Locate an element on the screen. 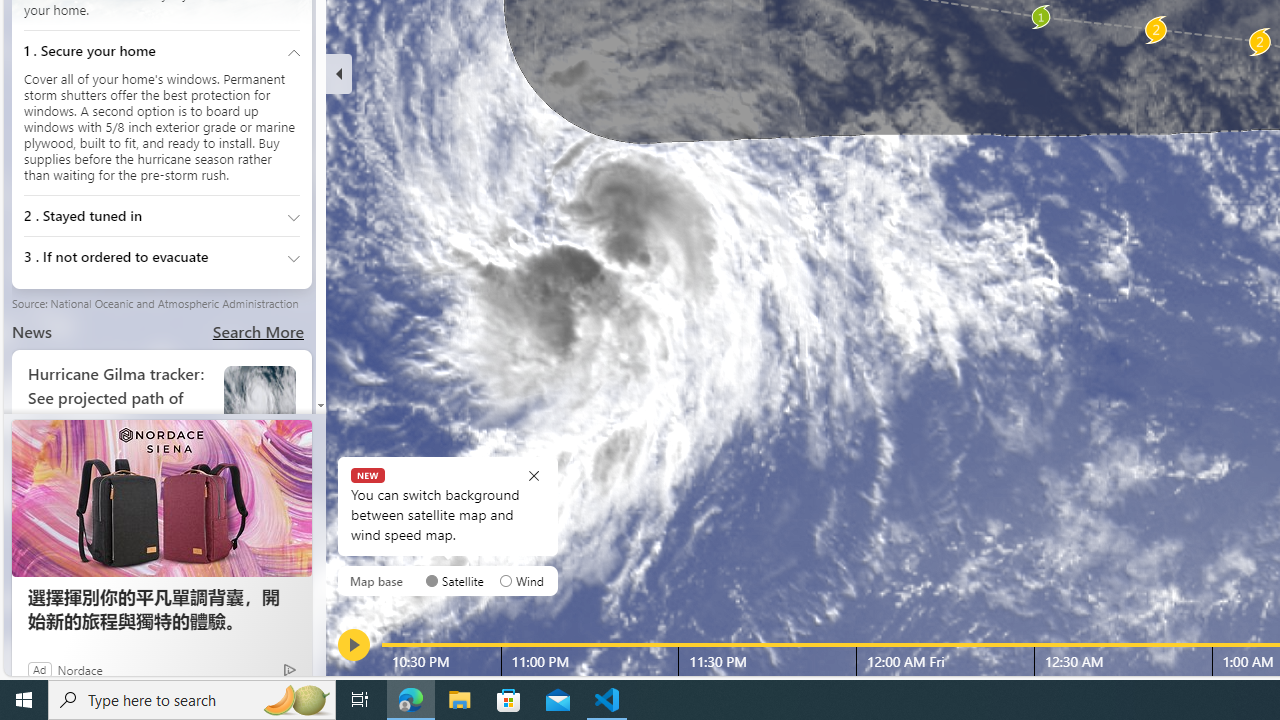  'Class: BubbleMessageCloseIcon-DS-EntryPoint1-1' is located at coordinates (533, 475).